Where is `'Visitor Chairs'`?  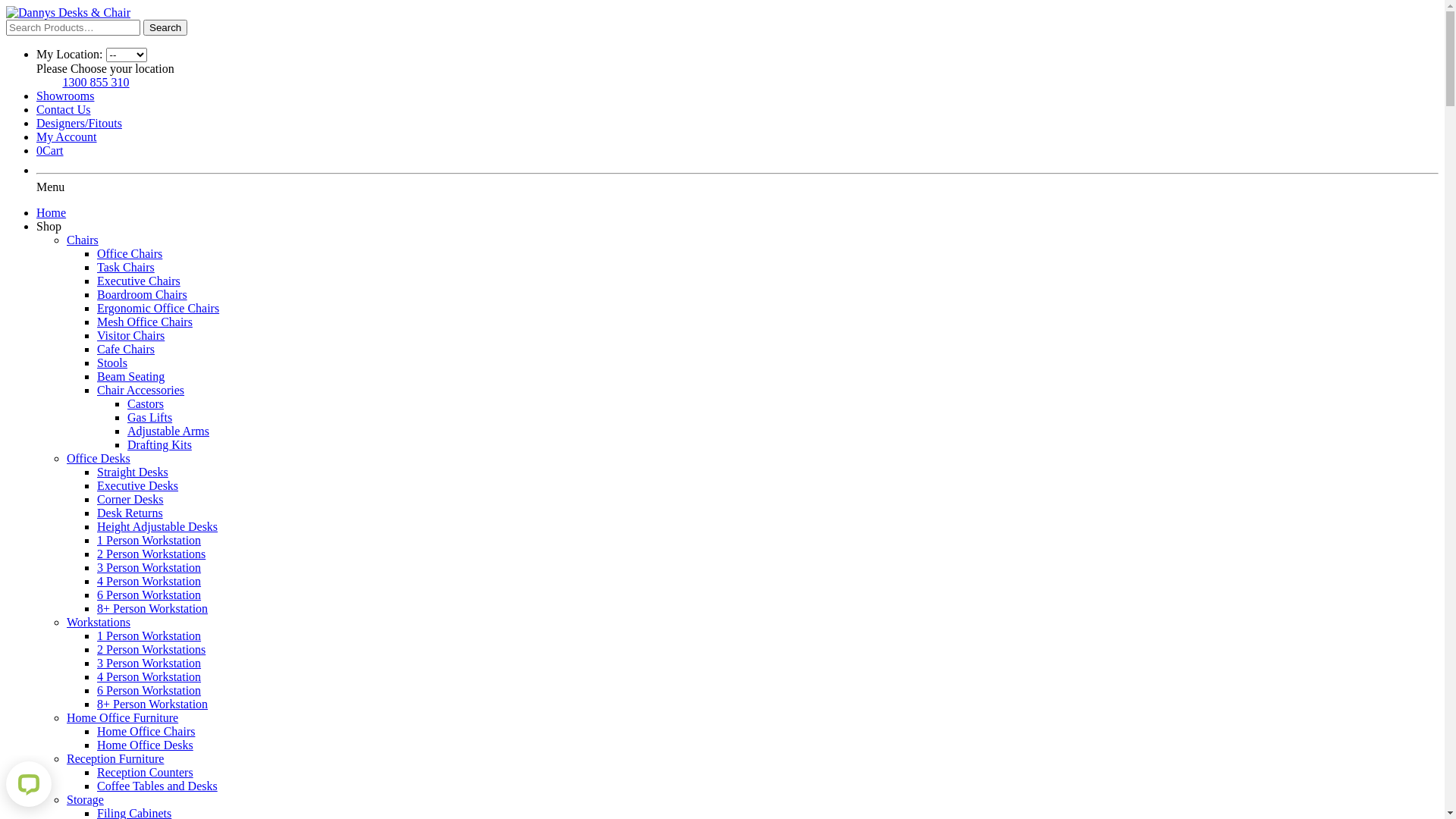
'Visitor Chairs' is located at coordinates (130, 334).